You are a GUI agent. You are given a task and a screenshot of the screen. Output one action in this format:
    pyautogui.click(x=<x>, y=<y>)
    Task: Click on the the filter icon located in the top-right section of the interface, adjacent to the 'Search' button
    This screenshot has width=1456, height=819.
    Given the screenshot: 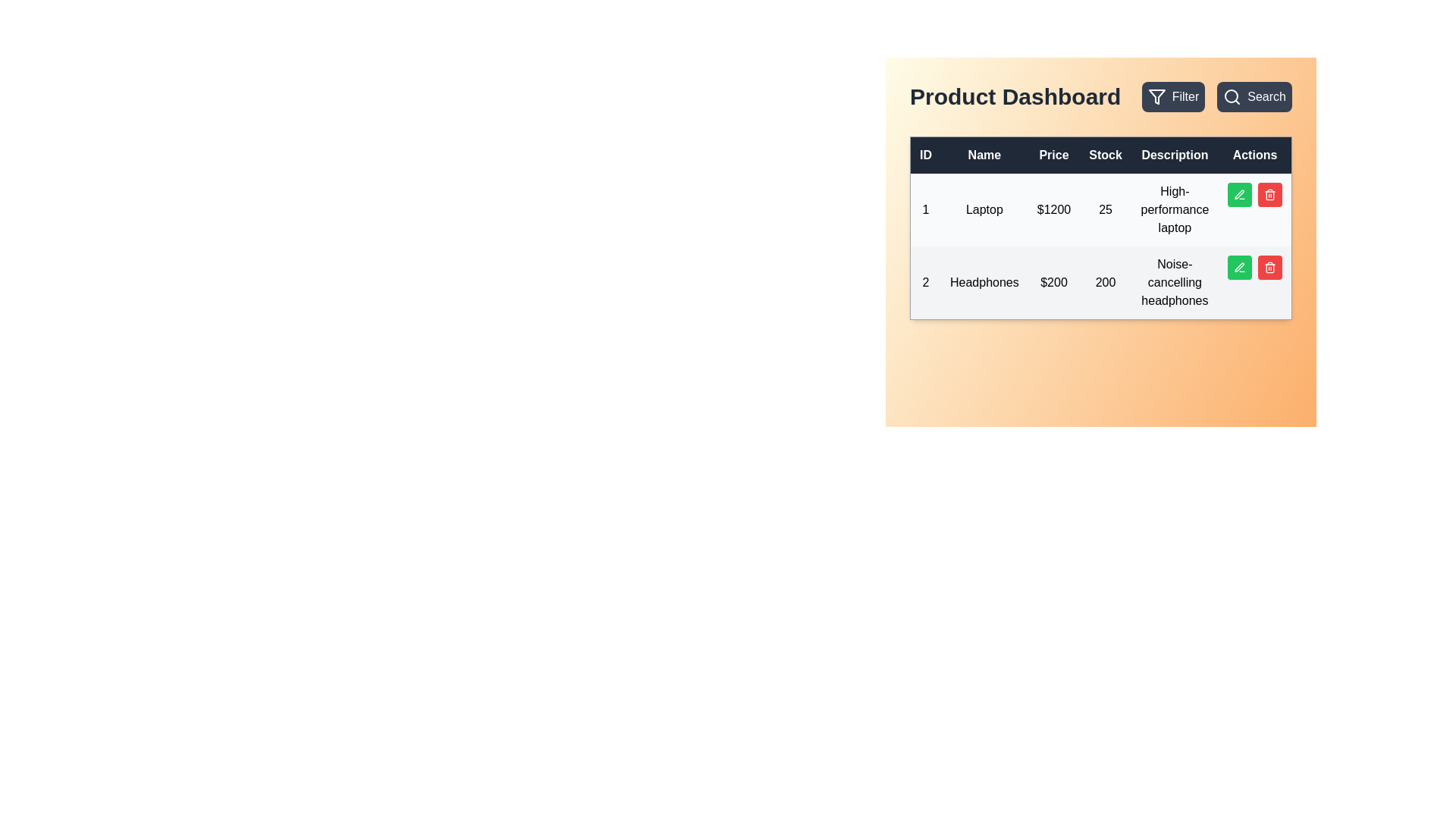 What is the action you would take?
    pyautogui.click(x=1156, y=96)
    